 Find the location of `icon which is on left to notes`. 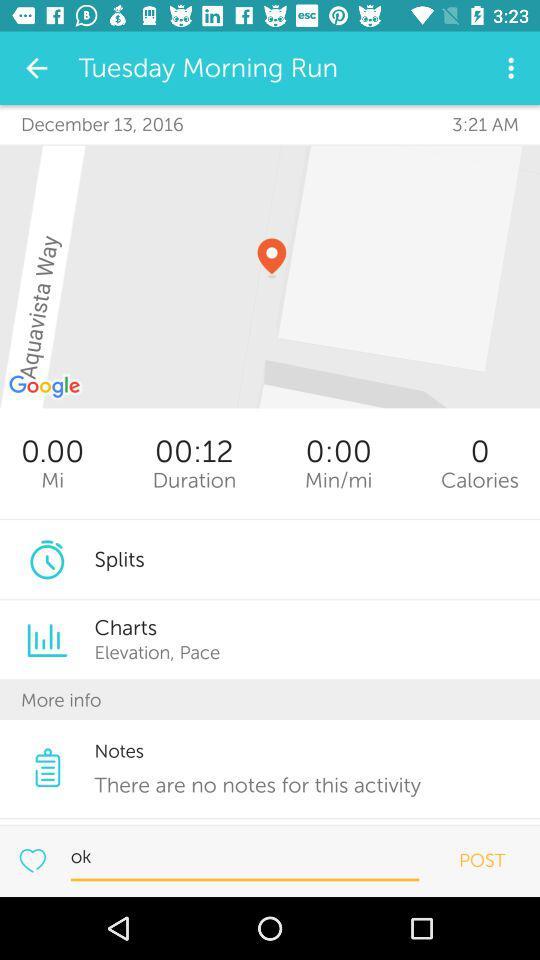

icon which is on left to notes is located at coordinates (47, 766).